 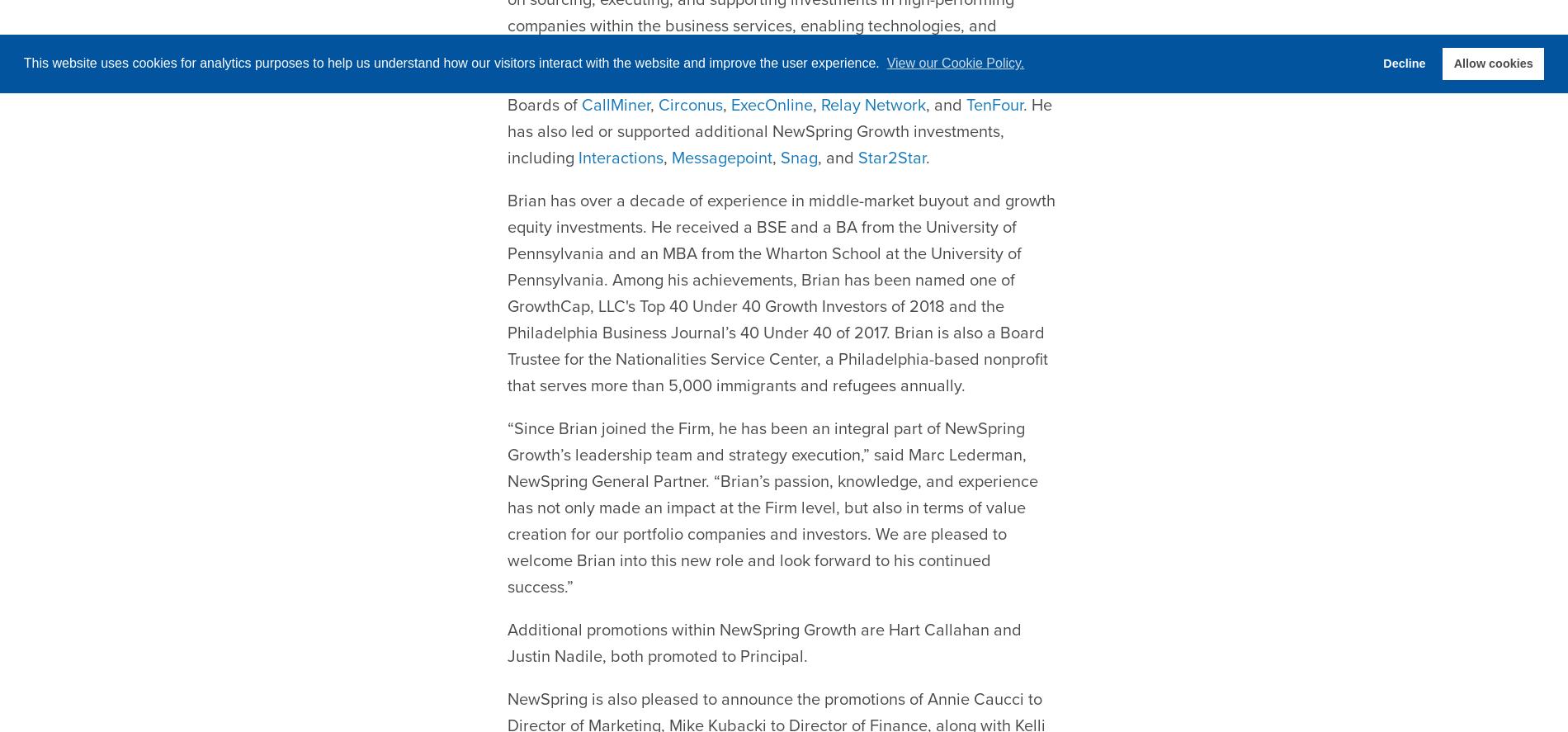 I want to click on 'Additional promotions within NewSpring Growth are Hart Callahan and Justin Nadile, both promoted to Principal.', so click(x=763, y=602).